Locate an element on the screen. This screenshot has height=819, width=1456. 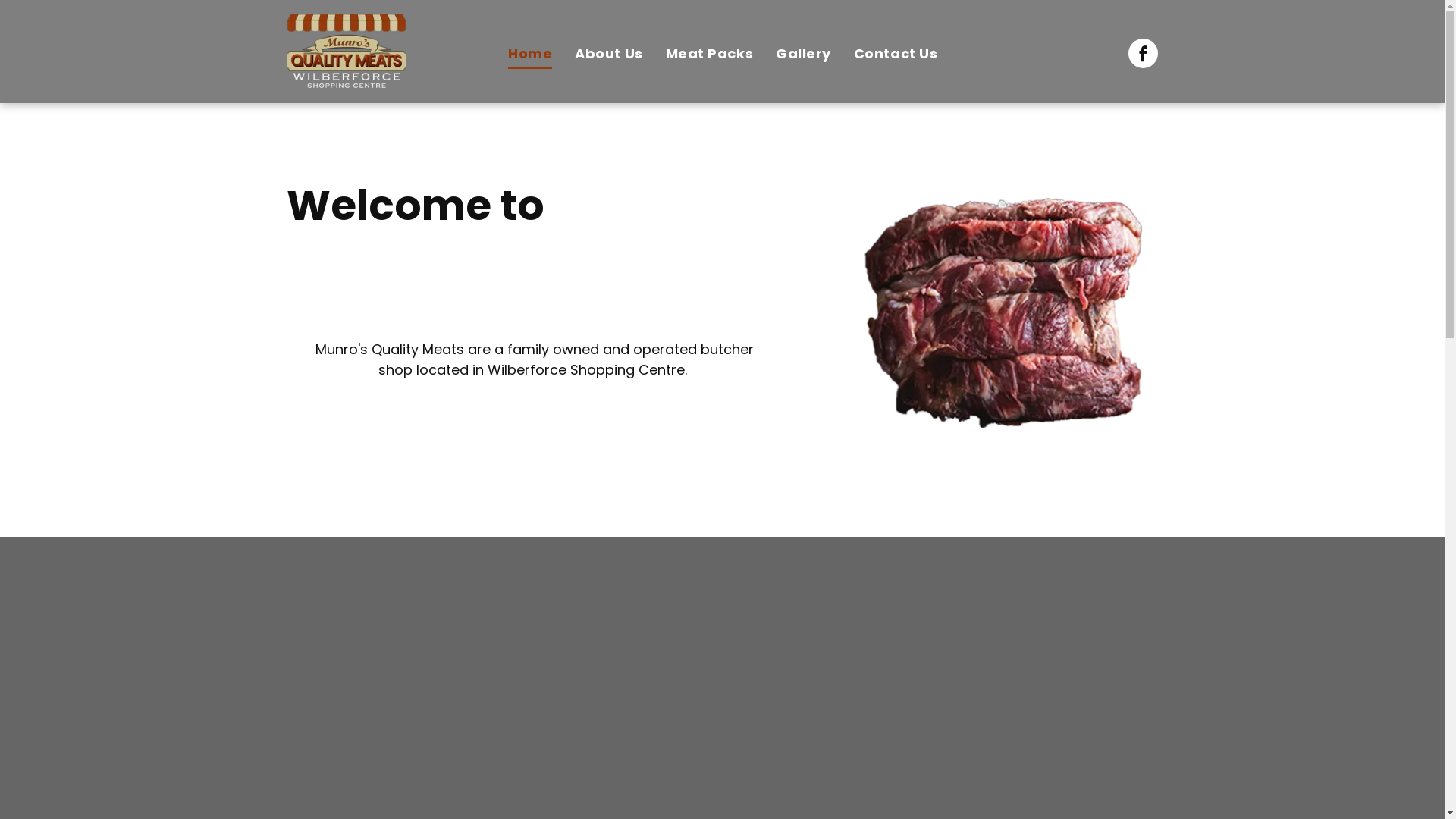
'Home' is located at coordinates (496, 53).